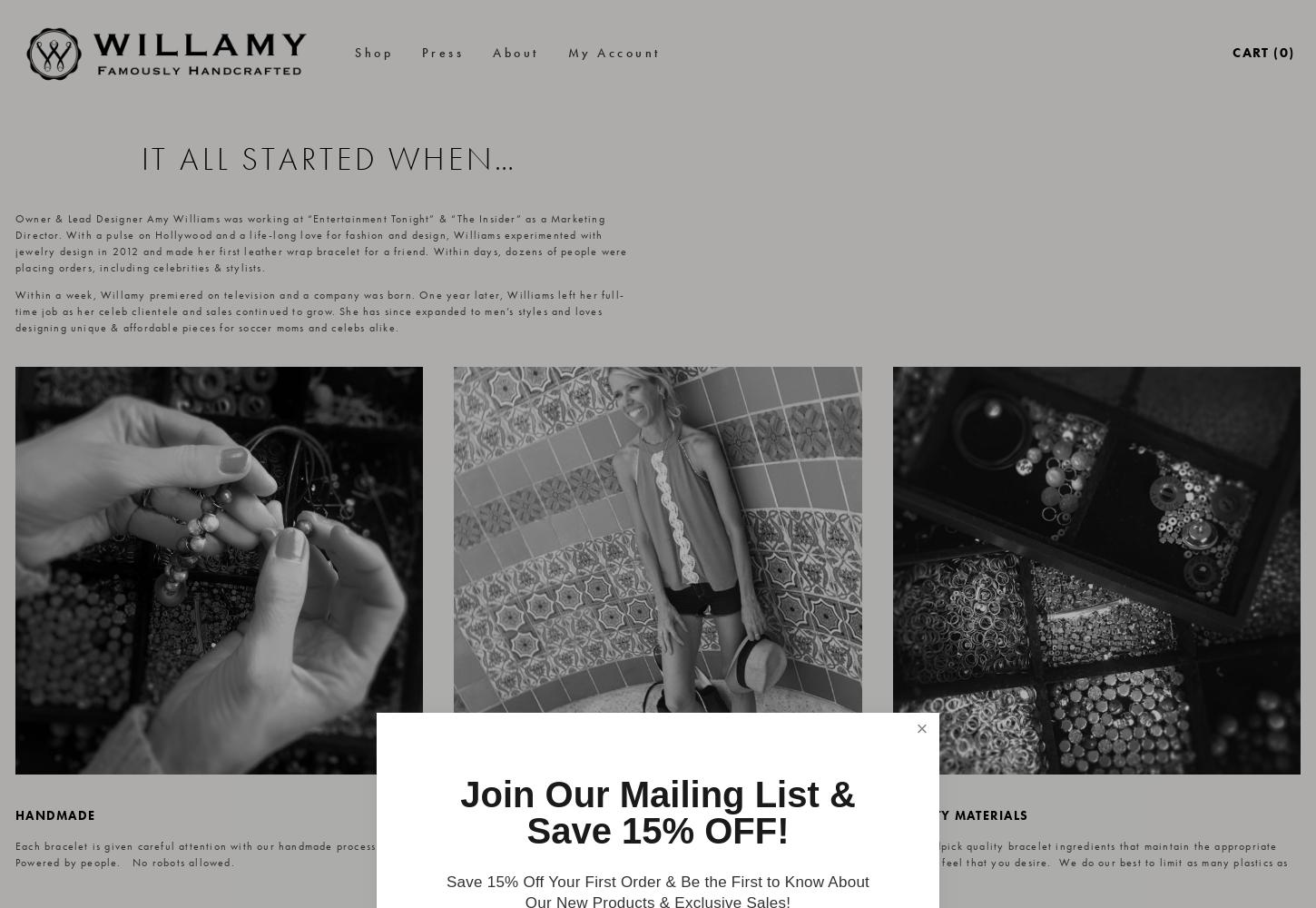 This screenshot has height=908, width=1316. What do you see at coordinates (511, 815) in the screenshot?
I see `'american made'` at bounding box center [511, 815].